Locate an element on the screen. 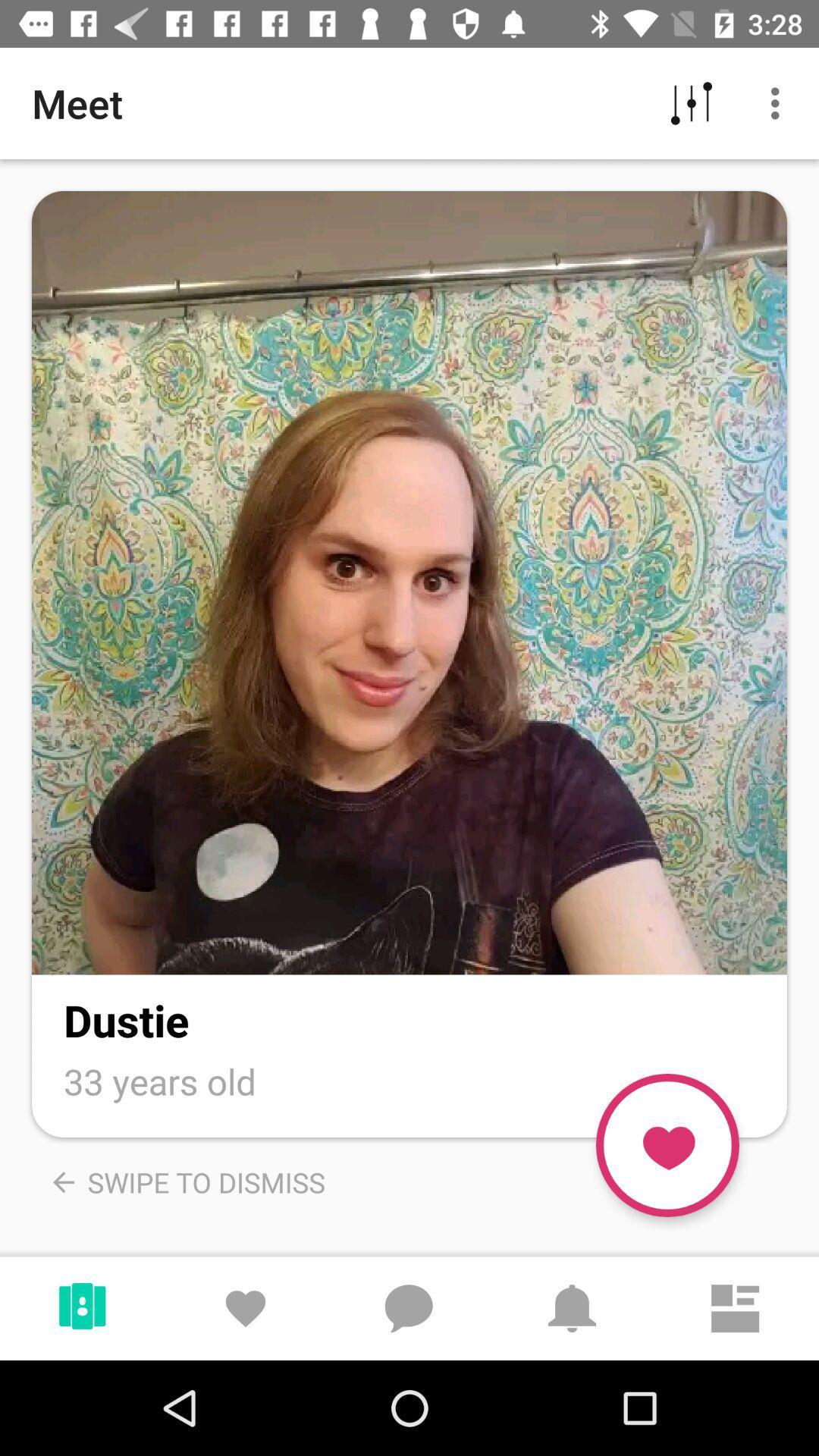 Image resolution: width=819 pixels, height=1456 pixels. photo is located at coordinates (409, 582).